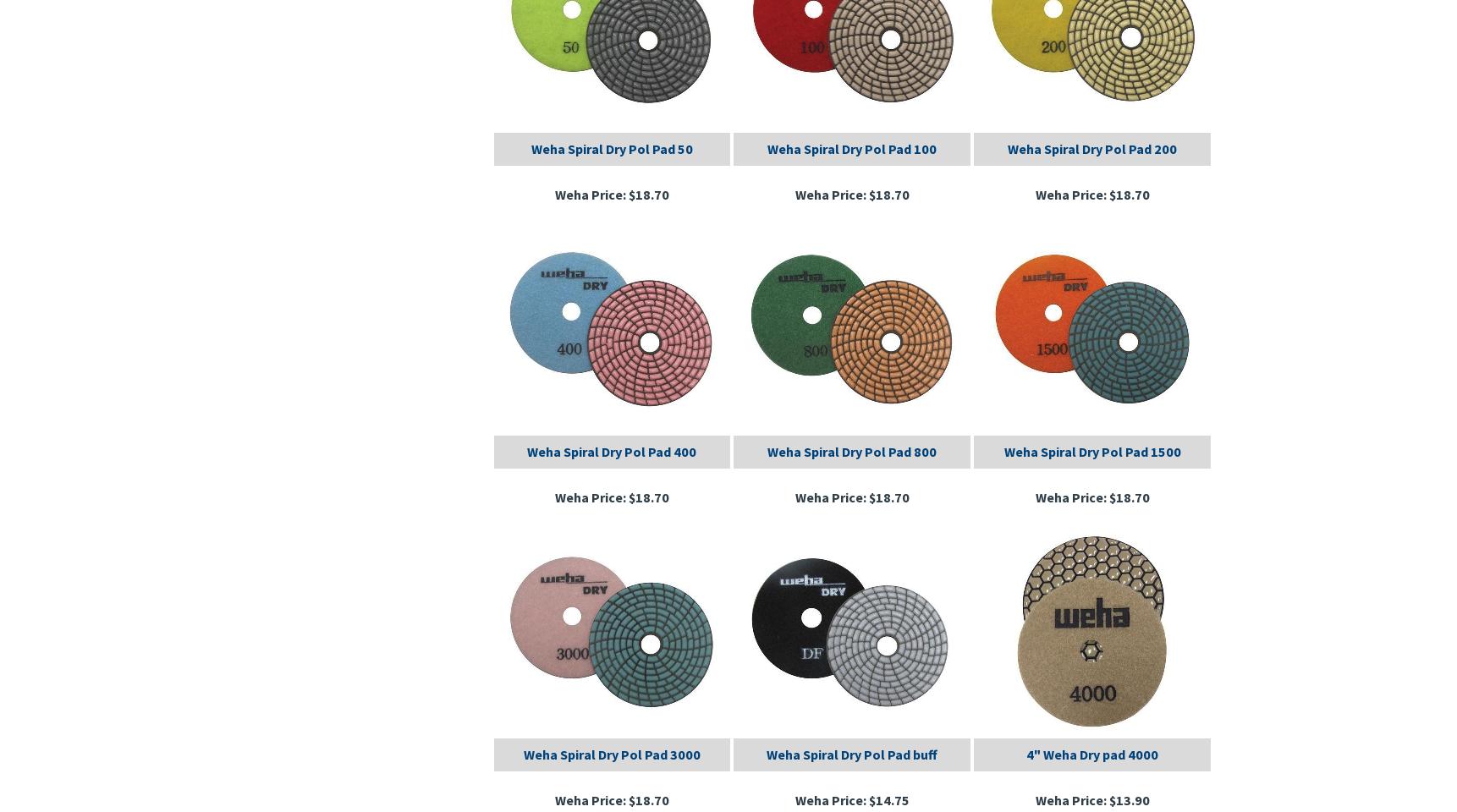 The image size is (1457, 812). Describe the element at coordinates (852, 752) in the screenshot. I see `'Weha Spiral Dry Pol Pad buff'` at that location.